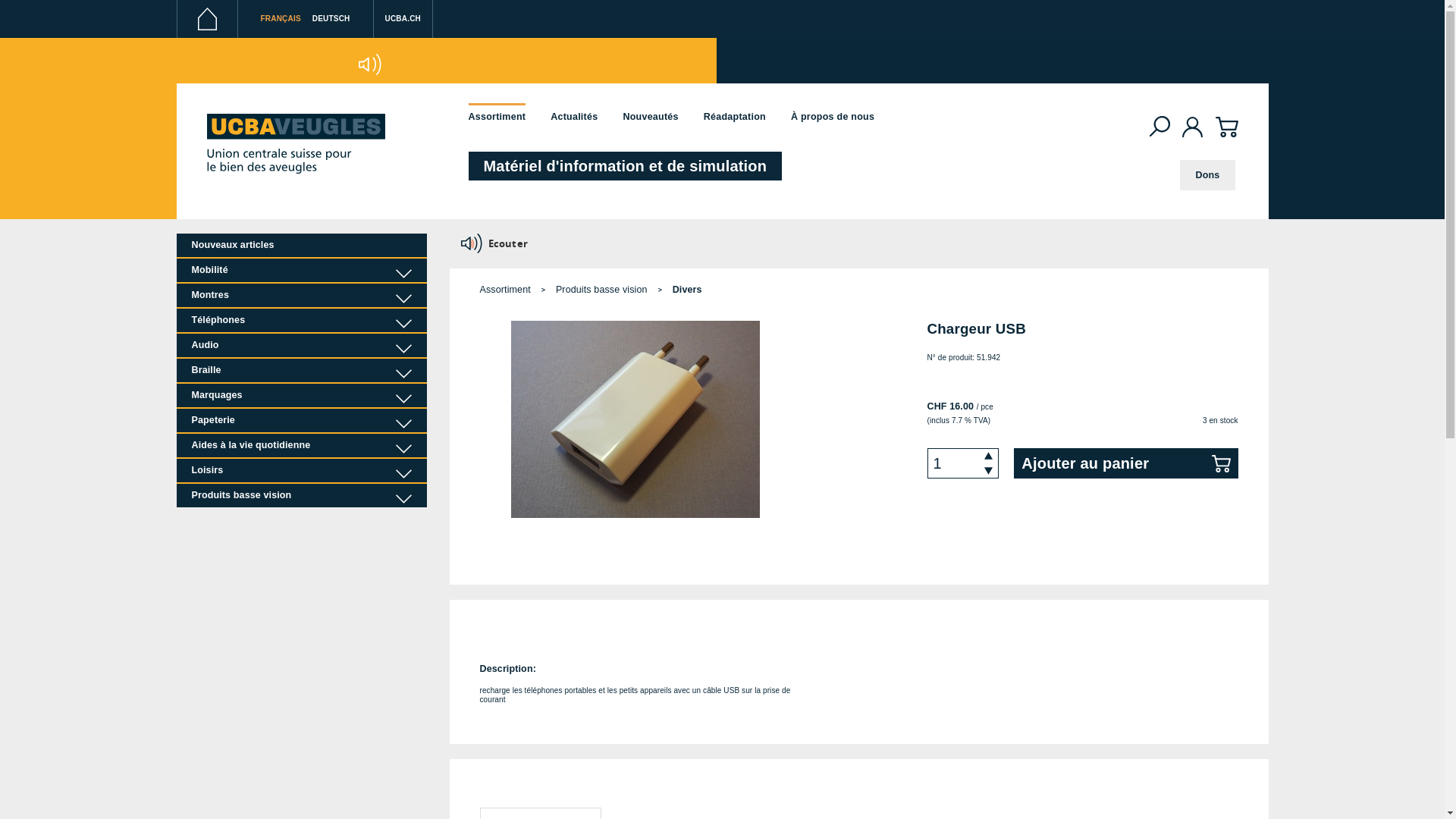  Describe the element at coordinates (301, 370) in the screenshot. I see `'Braille'` at that location.